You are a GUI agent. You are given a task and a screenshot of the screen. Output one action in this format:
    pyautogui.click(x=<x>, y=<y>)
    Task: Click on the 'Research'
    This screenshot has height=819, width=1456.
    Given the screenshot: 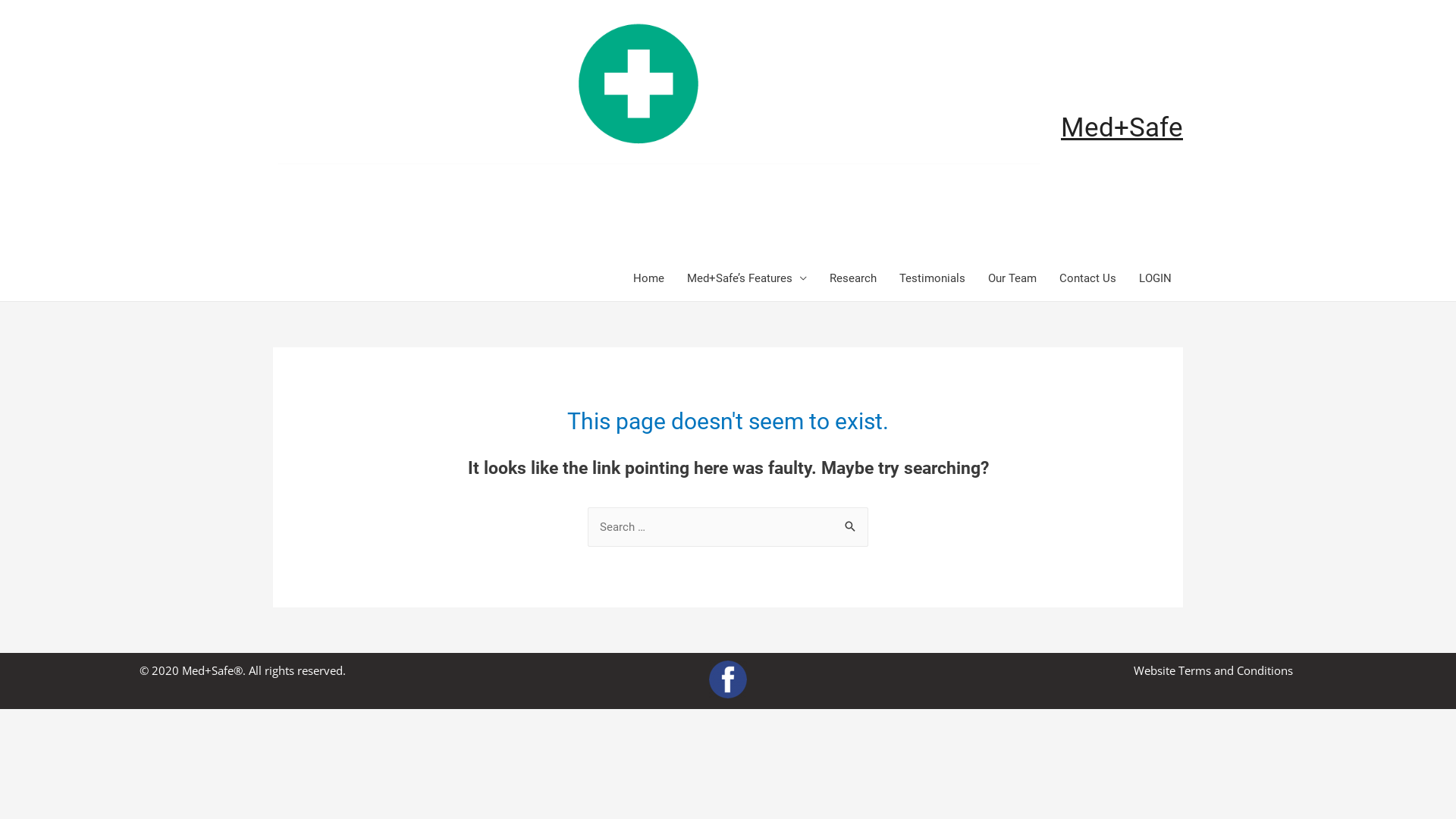 What is the action you would take?
    pyautogui.click(x=852, y=278)
    